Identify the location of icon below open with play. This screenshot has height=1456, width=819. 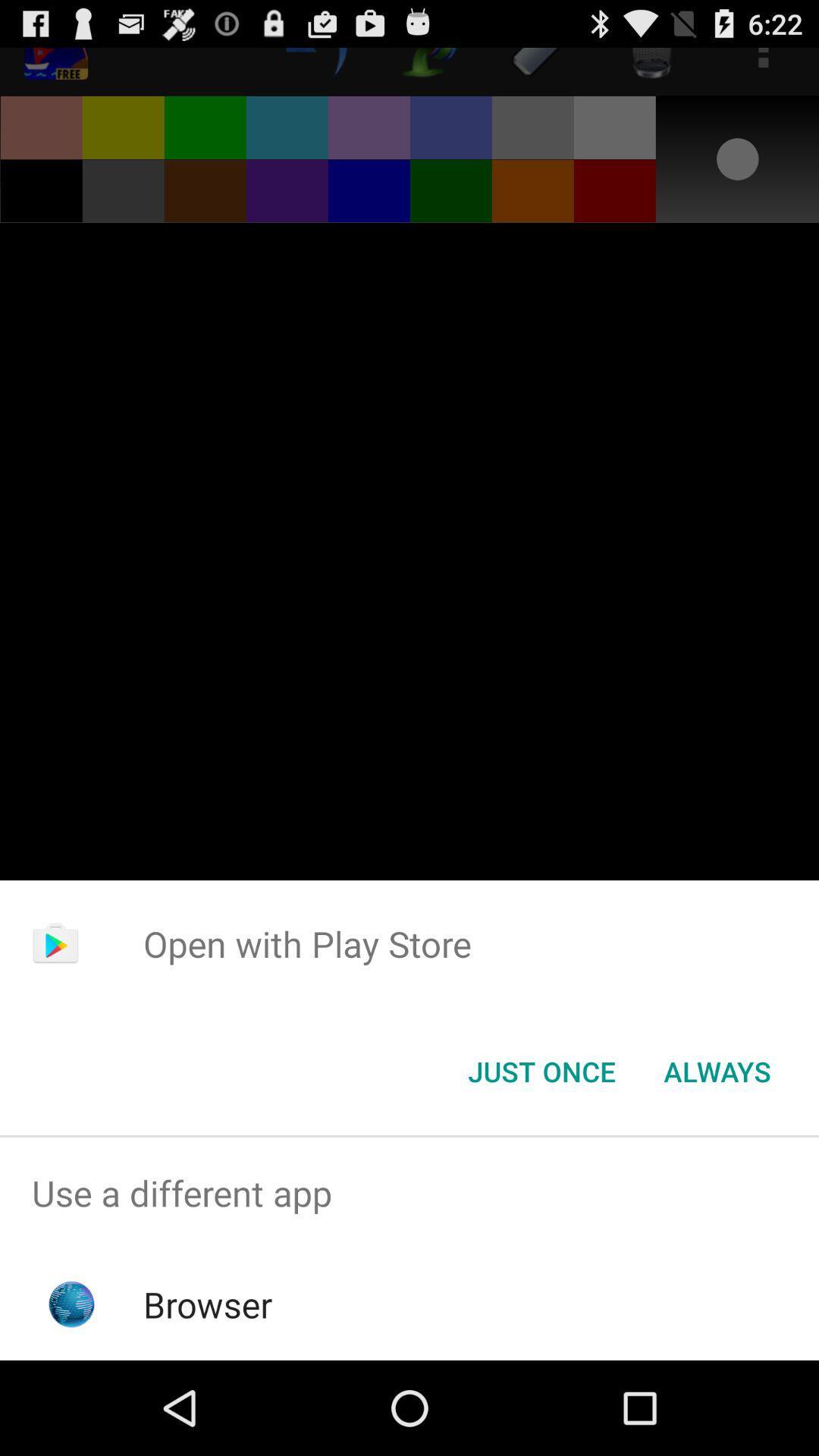
(541, 1070).